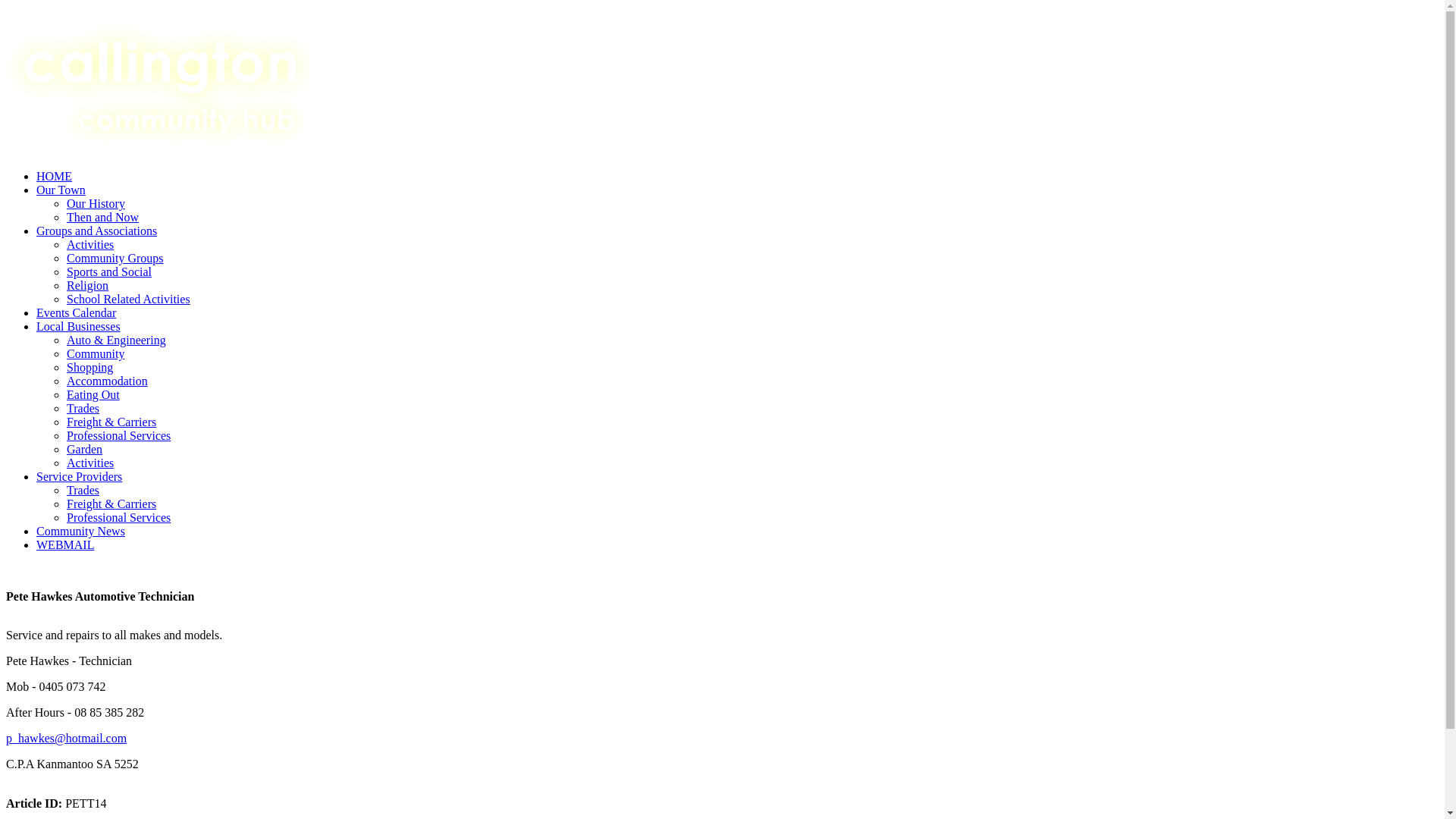  What do you see at coordinates (65, 271) in the screenshot?
I see `'Sports and Social'` at bounding box center [65, 271].